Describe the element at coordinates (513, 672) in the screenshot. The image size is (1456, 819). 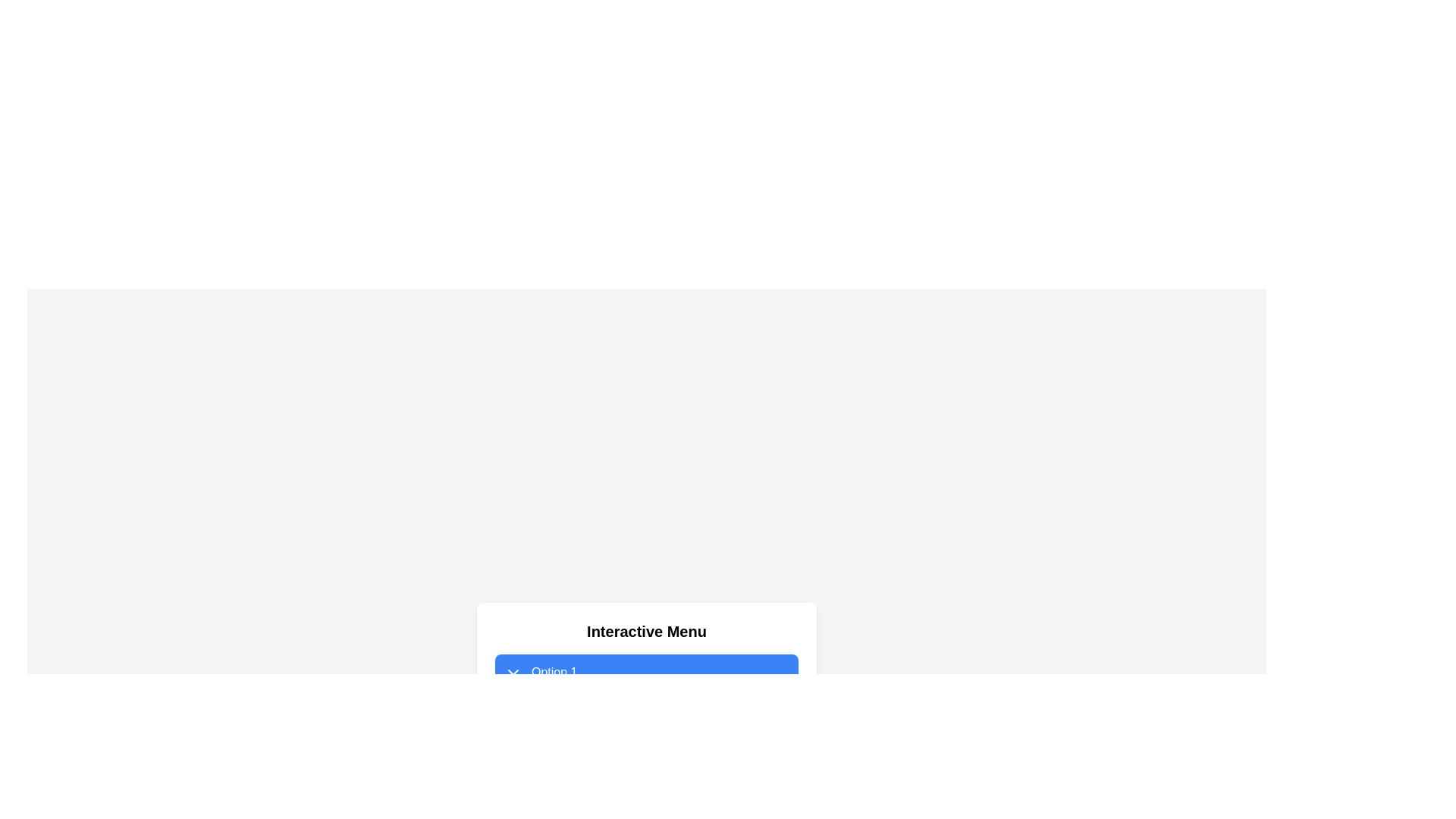
I see `the drop-down menu indicator icon next to 'Option 1'` at that location.